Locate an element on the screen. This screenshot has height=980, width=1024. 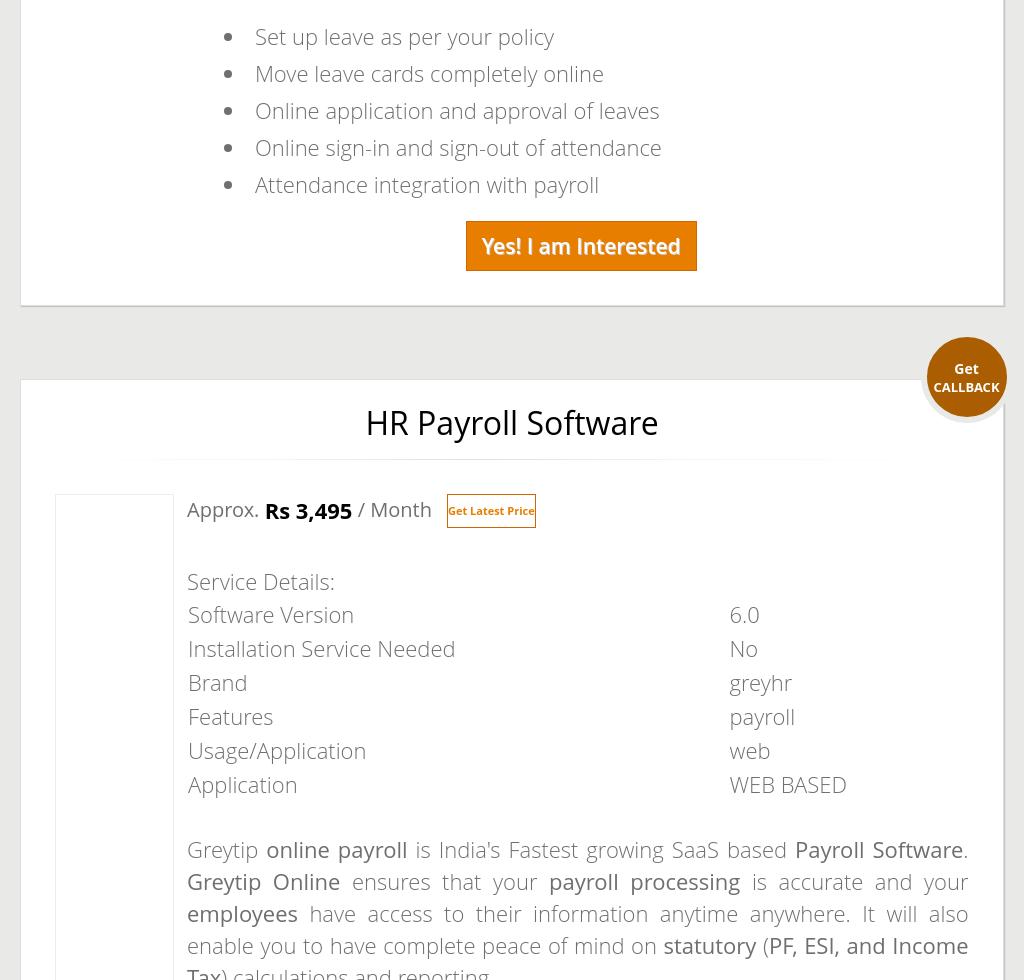
'(' is located at coordinates (760, 945).